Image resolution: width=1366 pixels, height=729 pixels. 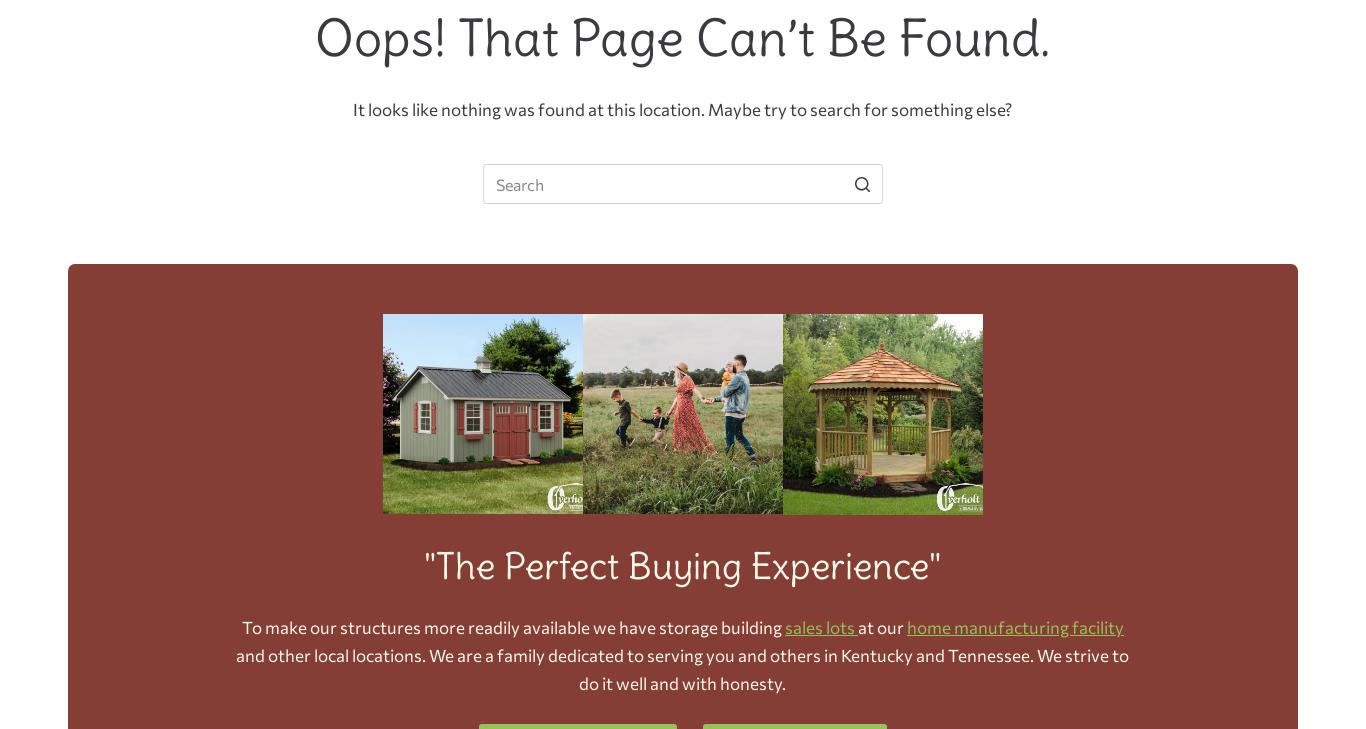 I want to click on '©2023 Overholt & Sons Inc | Website Design and SEO by', so click(x=554, y=382).